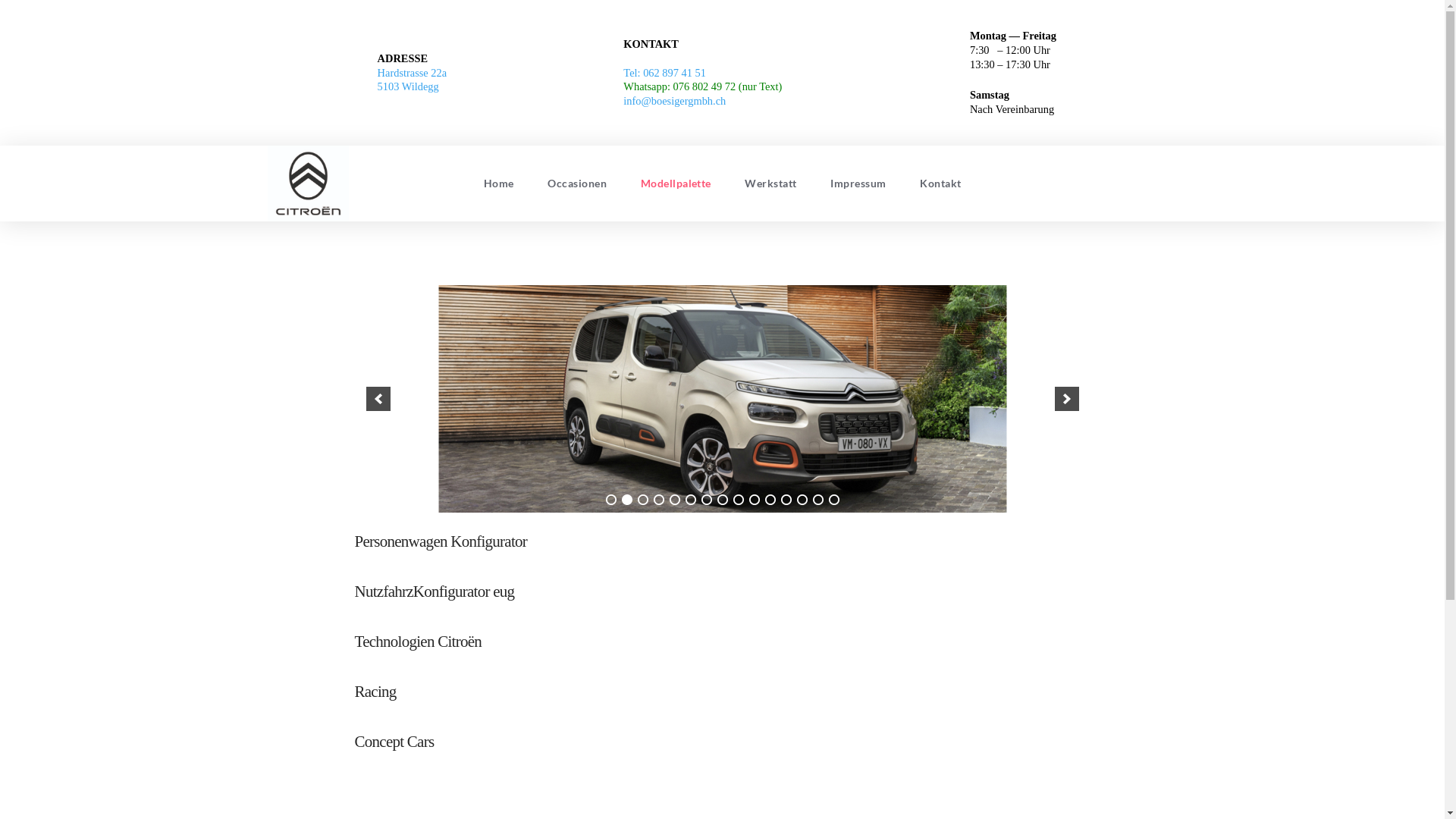 The height and width of the screenshot is (819, 1456). Describe the element at coordinates (434, 590) in the screenshot. I see `'NutzfahrzKonfigurator eug'` at that location.